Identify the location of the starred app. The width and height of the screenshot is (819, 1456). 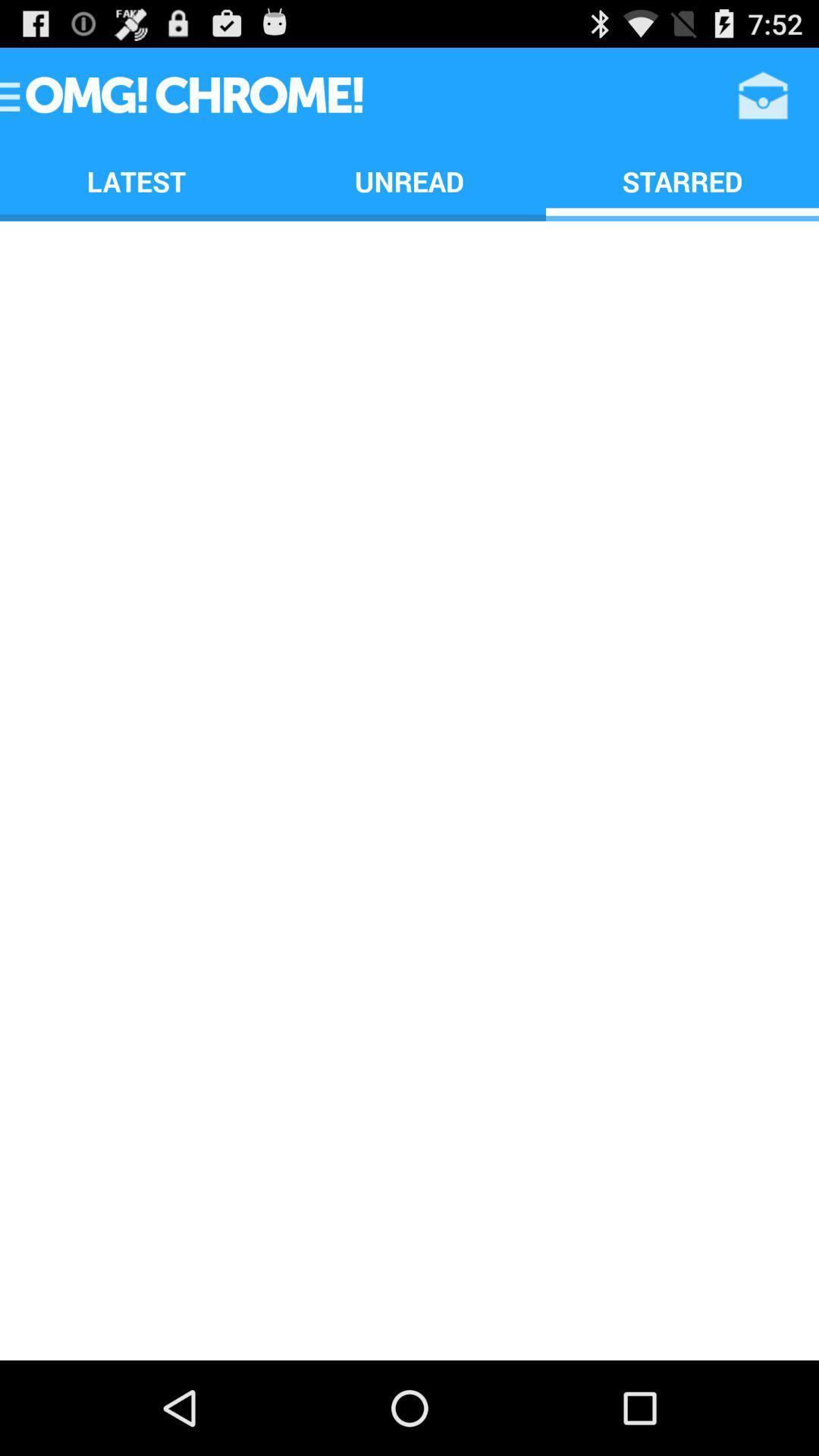
(681, 181).